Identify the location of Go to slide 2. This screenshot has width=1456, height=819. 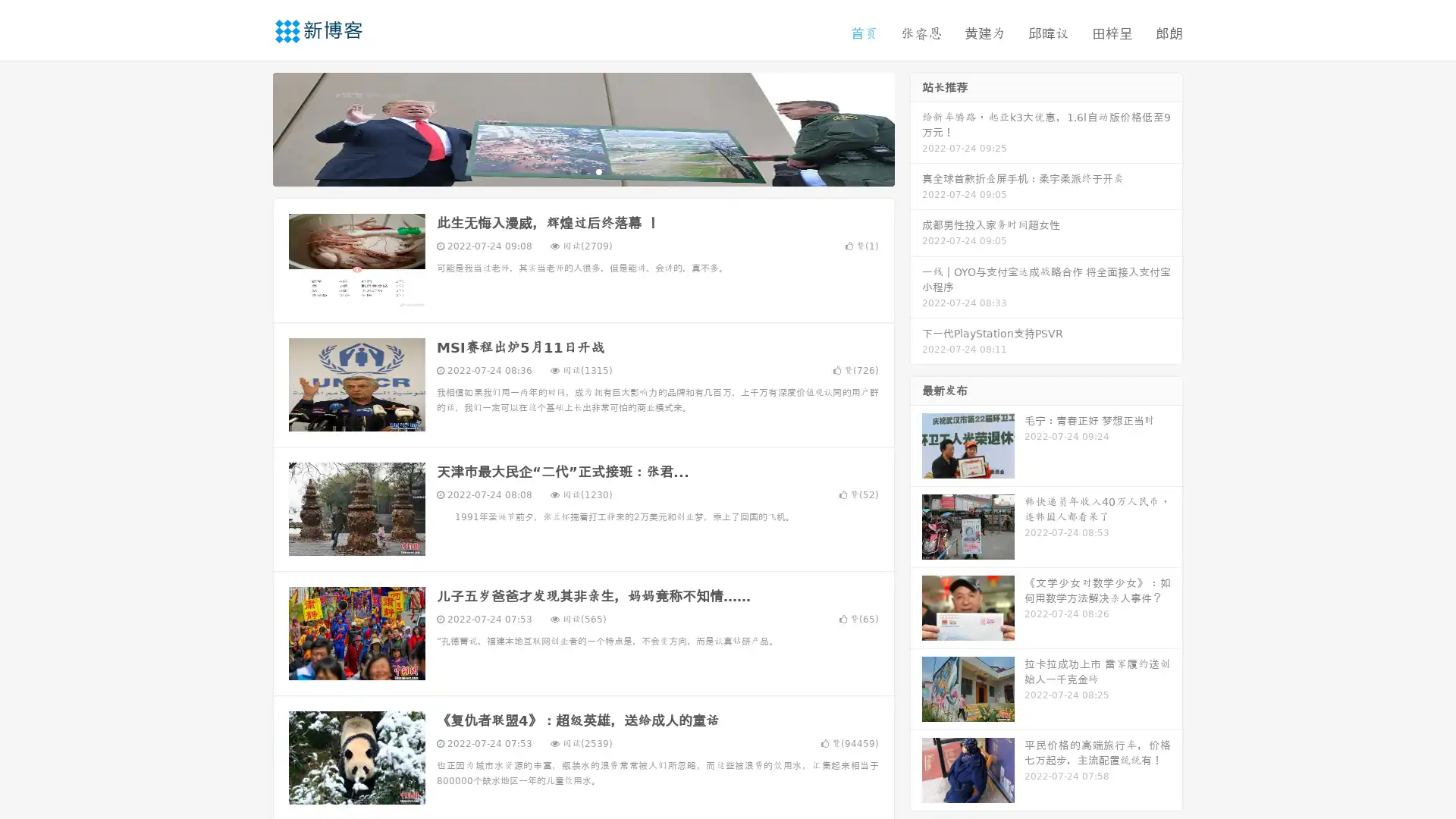
(582, 171).